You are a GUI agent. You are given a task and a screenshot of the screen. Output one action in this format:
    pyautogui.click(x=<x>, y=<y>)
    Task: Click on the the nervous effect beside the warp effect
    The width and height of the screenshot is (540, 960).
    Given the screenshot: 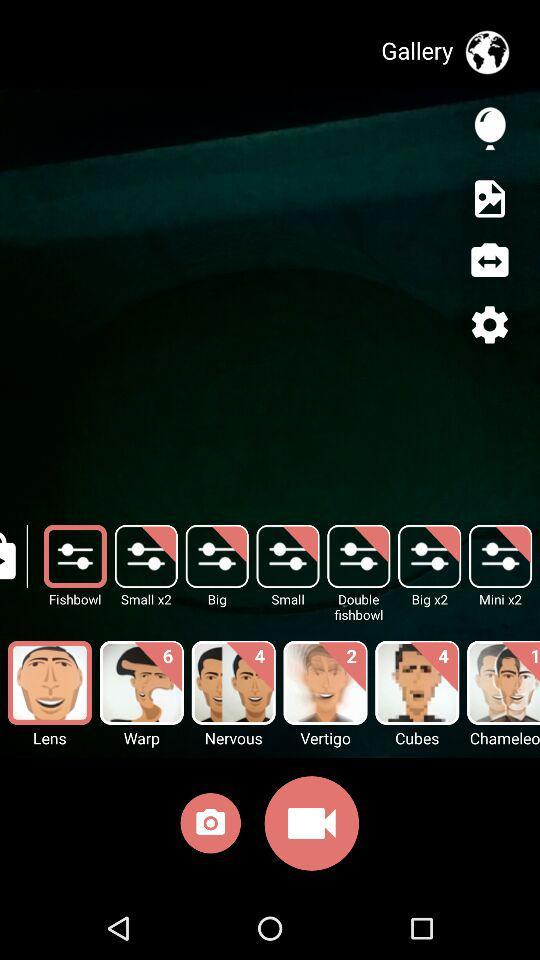 What is the action you would take?
    pyautogui.click(x=232, y=683)
    